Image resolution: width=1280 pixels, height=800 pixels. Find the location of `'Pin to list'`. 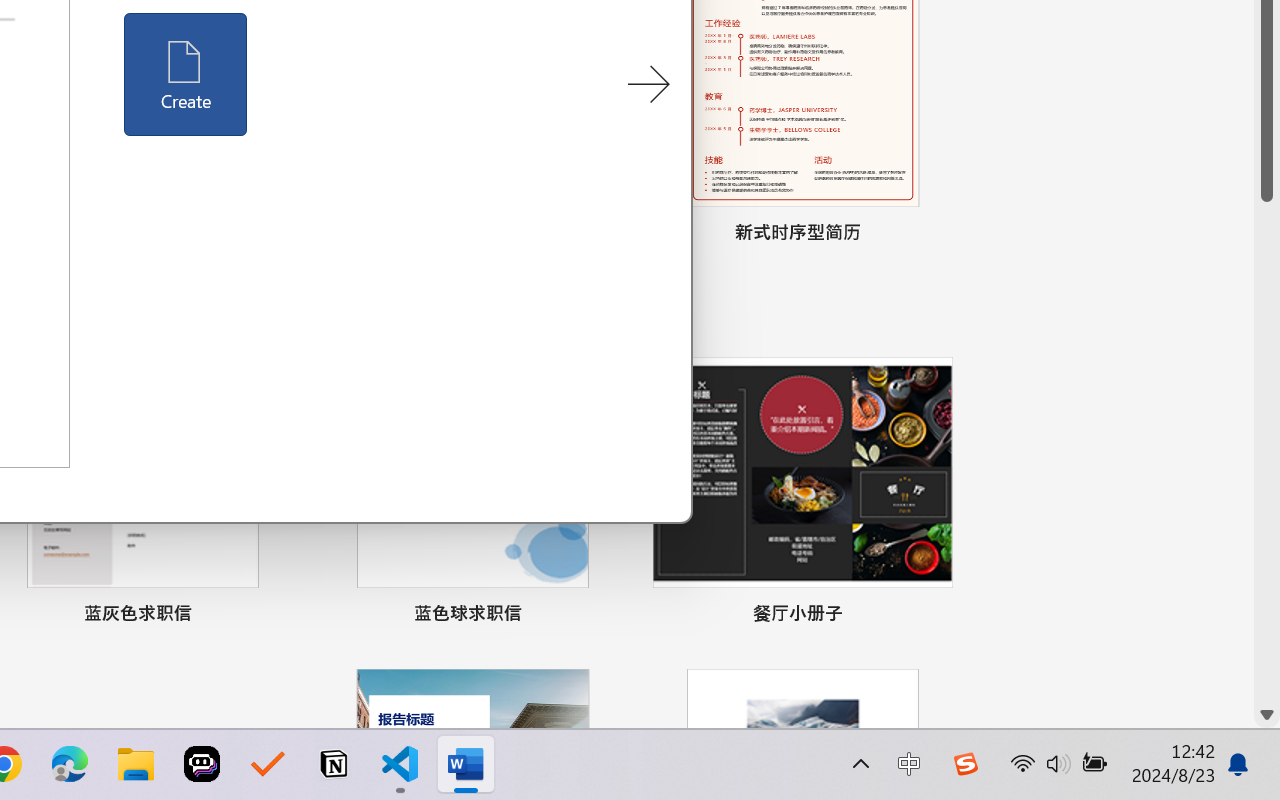

'Pin to list' is located at coordinates (933, 616).